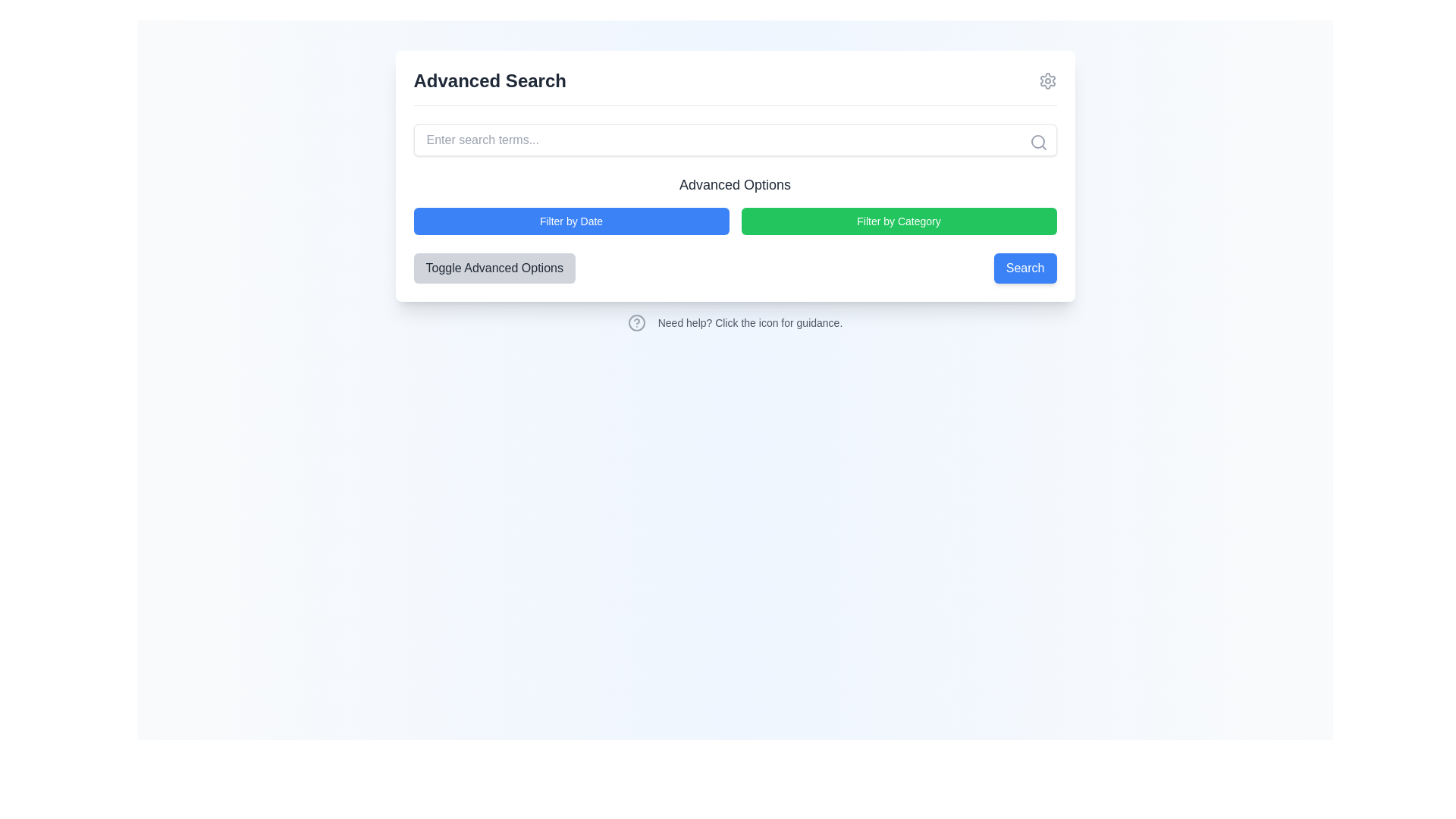 This screenshot has height=819, width=1456. I want to click on the blue 'Search' button with white text to trigger its hover effect, so click(1025, 268).